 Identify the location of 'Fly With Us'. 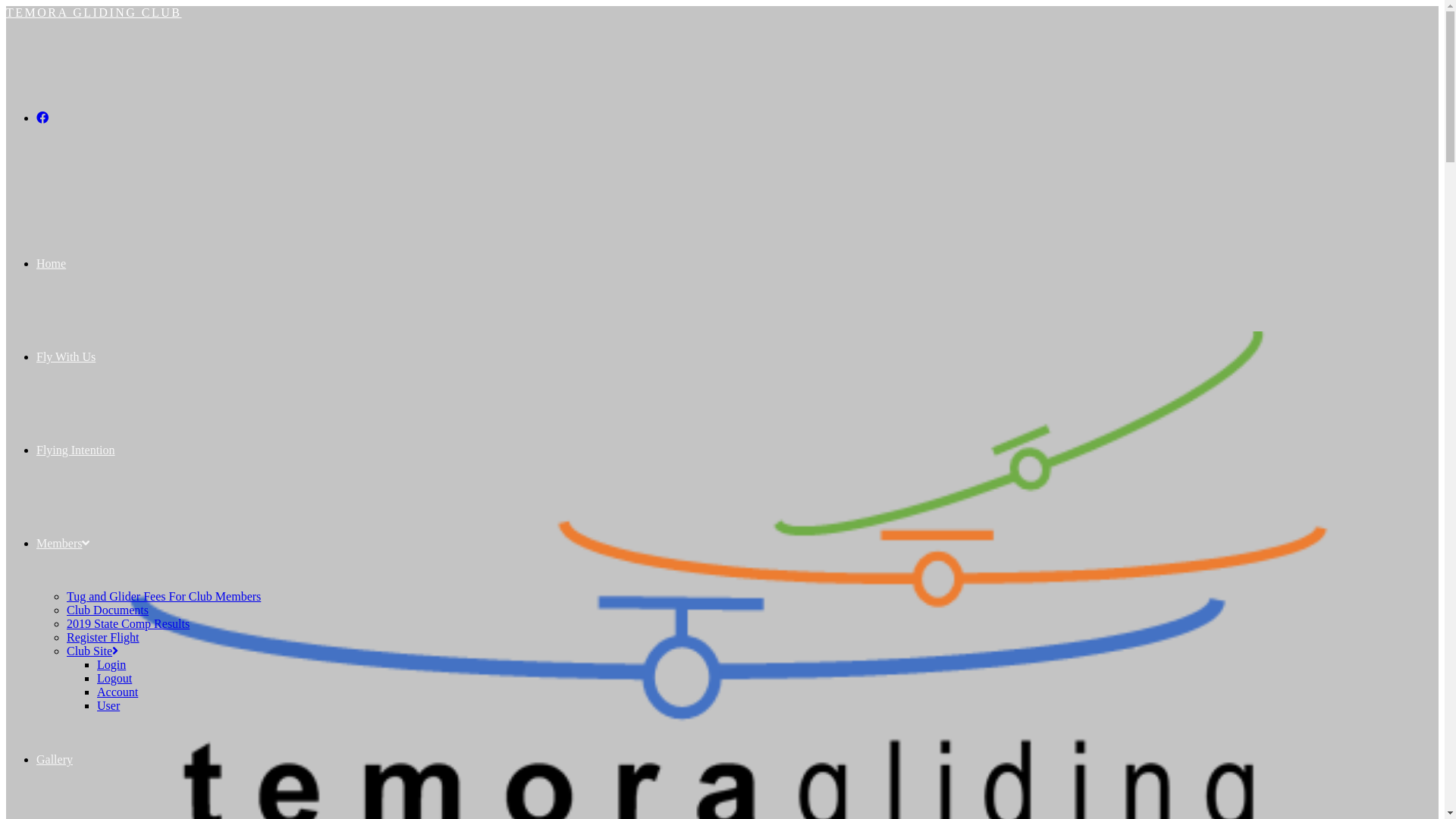
(64, 356).